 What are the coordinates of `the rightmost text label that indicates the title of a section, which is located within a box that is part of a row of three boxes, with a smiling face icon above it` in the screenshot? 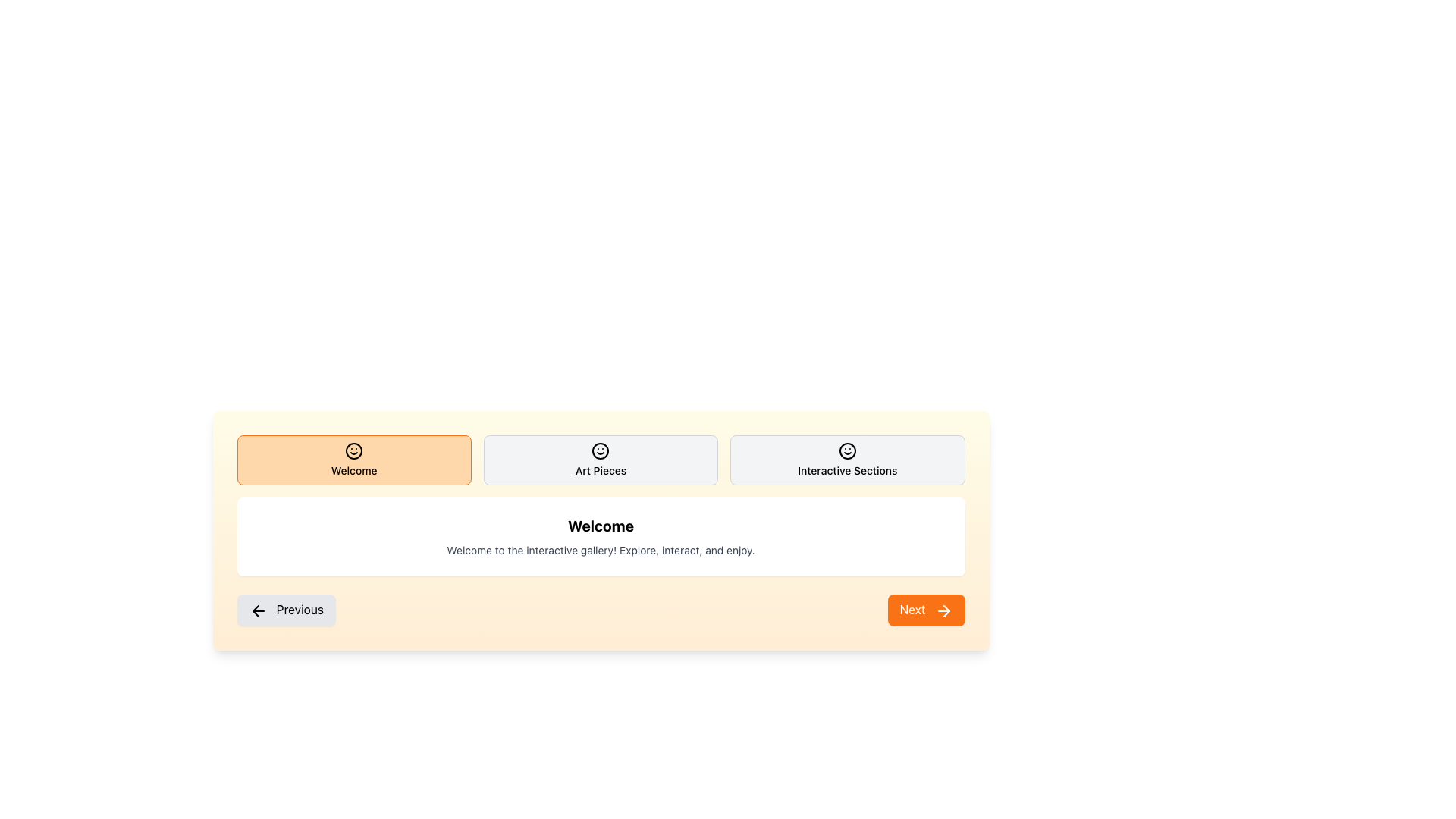 It's located at (846, 470).